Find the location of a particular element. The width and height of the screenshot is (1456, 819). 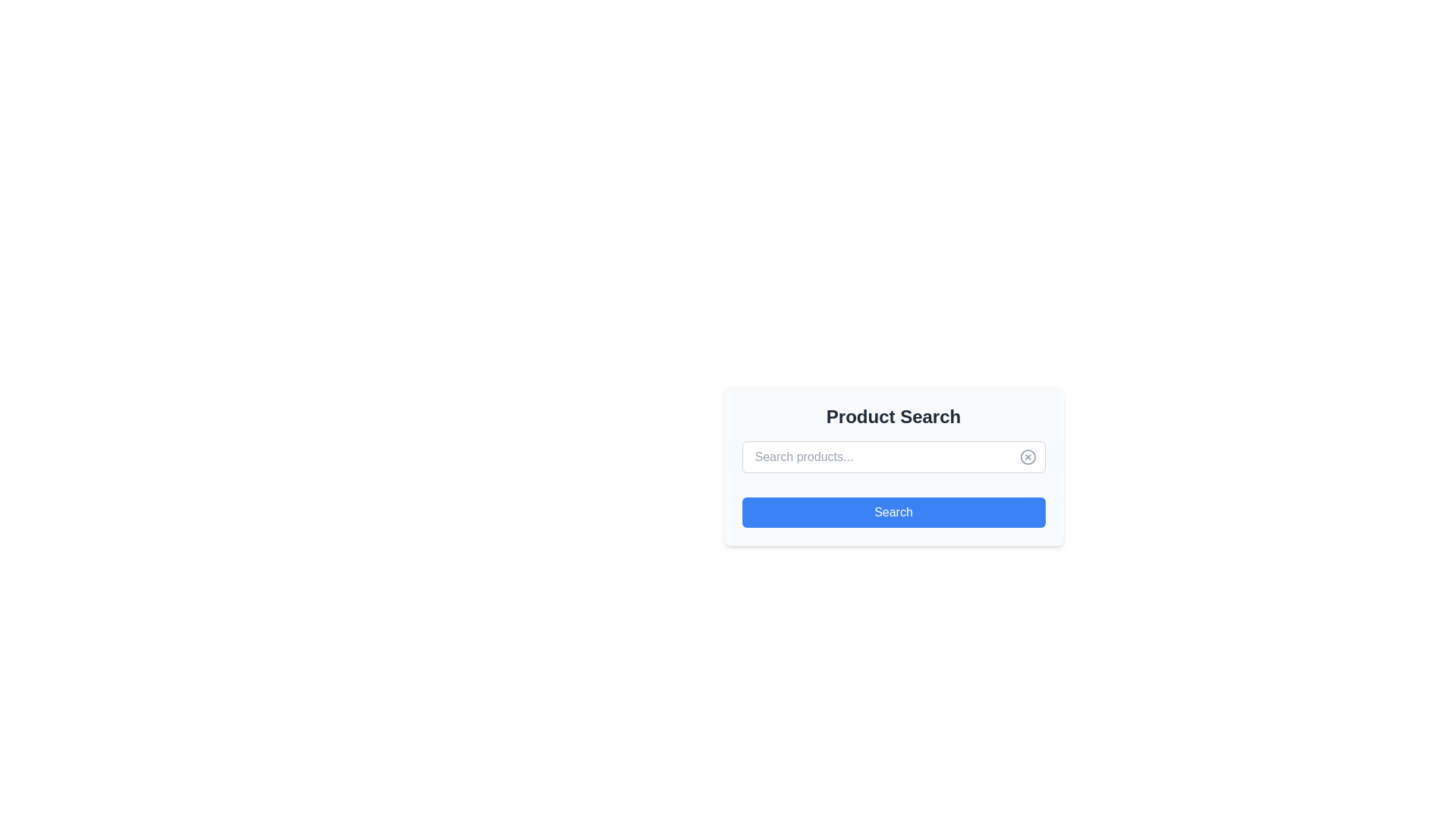

the descriptive heading text (h2 or h3 equivalent) at the top of the search tool card, which serves to indicate its purpose is located at coordinates (893, 417).